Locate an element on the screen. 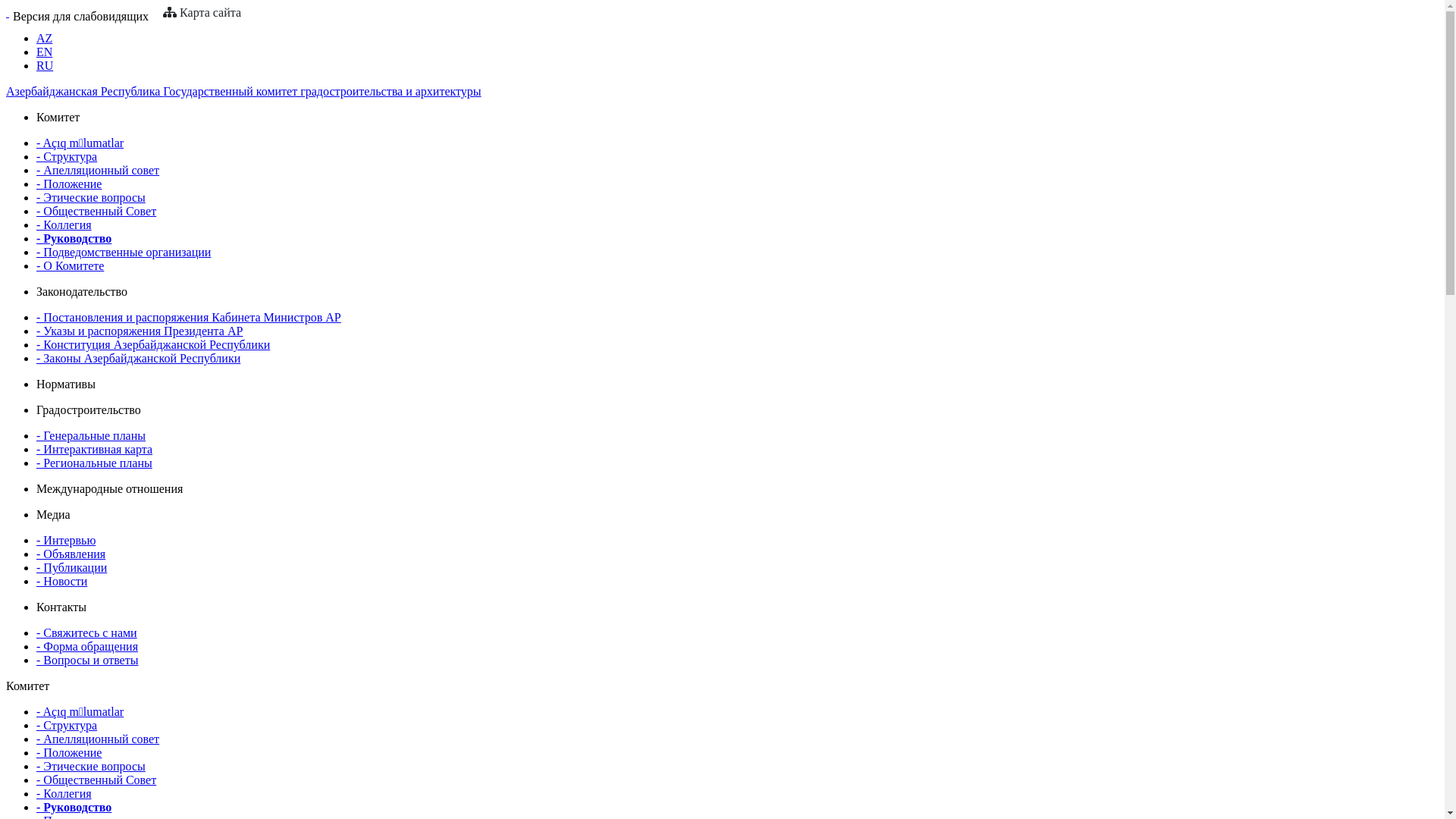 Image resolution: width=1456 pixels, height=819 pixels. 'EN' is located at coordinates (44, 51).